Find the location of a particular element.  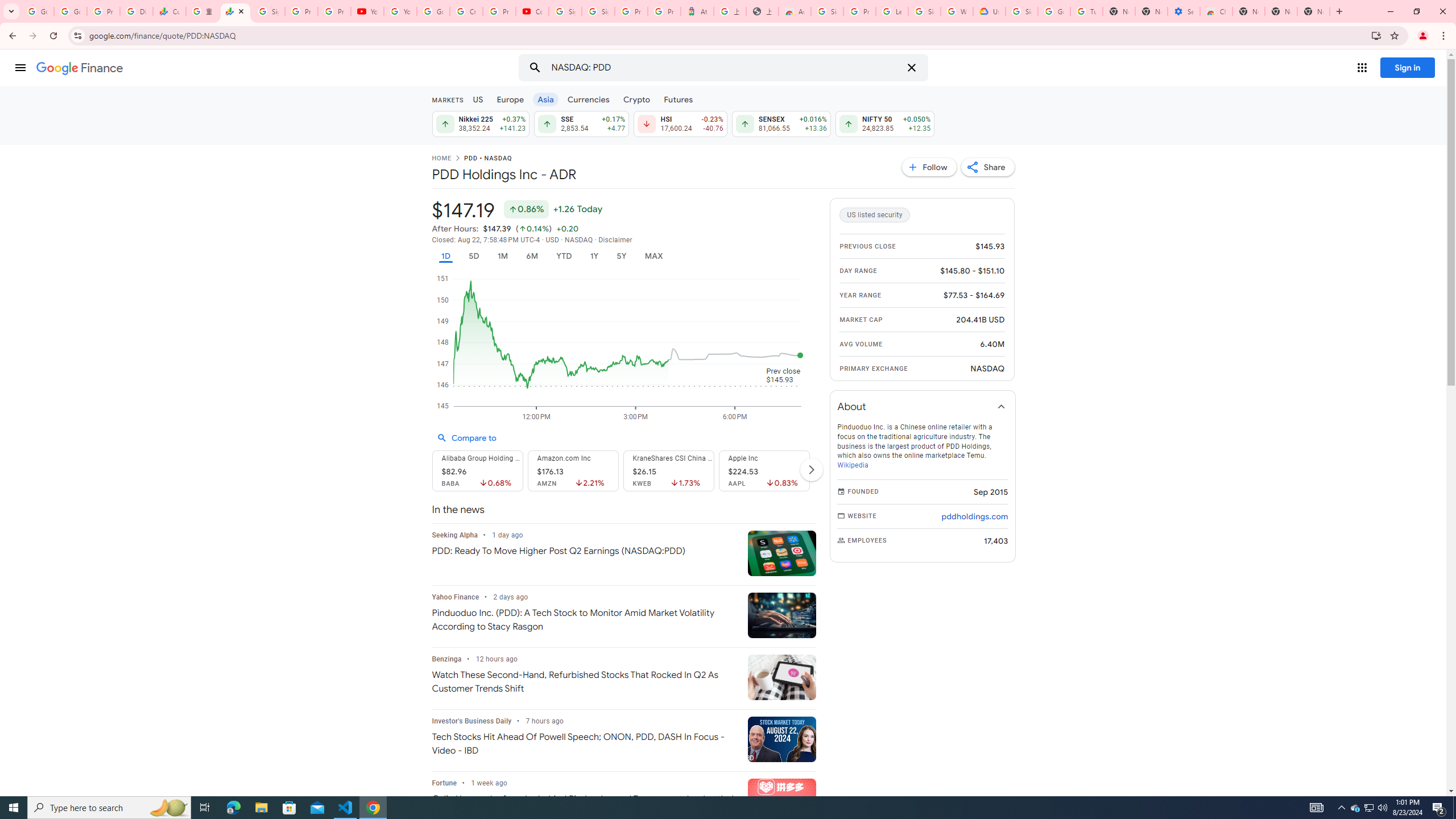

'Nikkei 225 38,352.24 Up by 0.27% +141.23' is located at coordinates (479, 123).